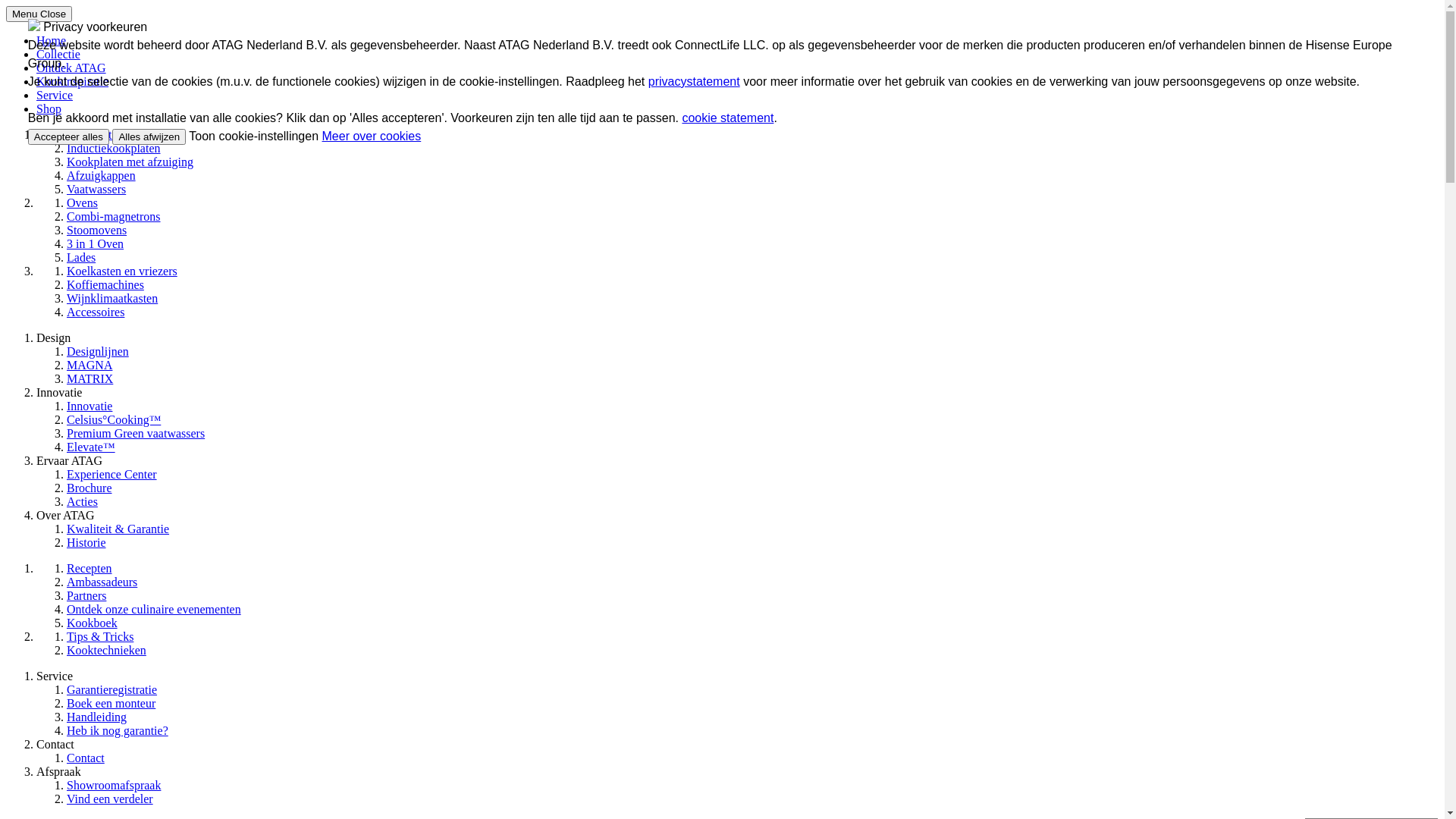 This screenshot has width=1456, height=819. Describe the element at coordinates (105, 284) in the screenshot. I see `'Koffiemachines'` at that location.